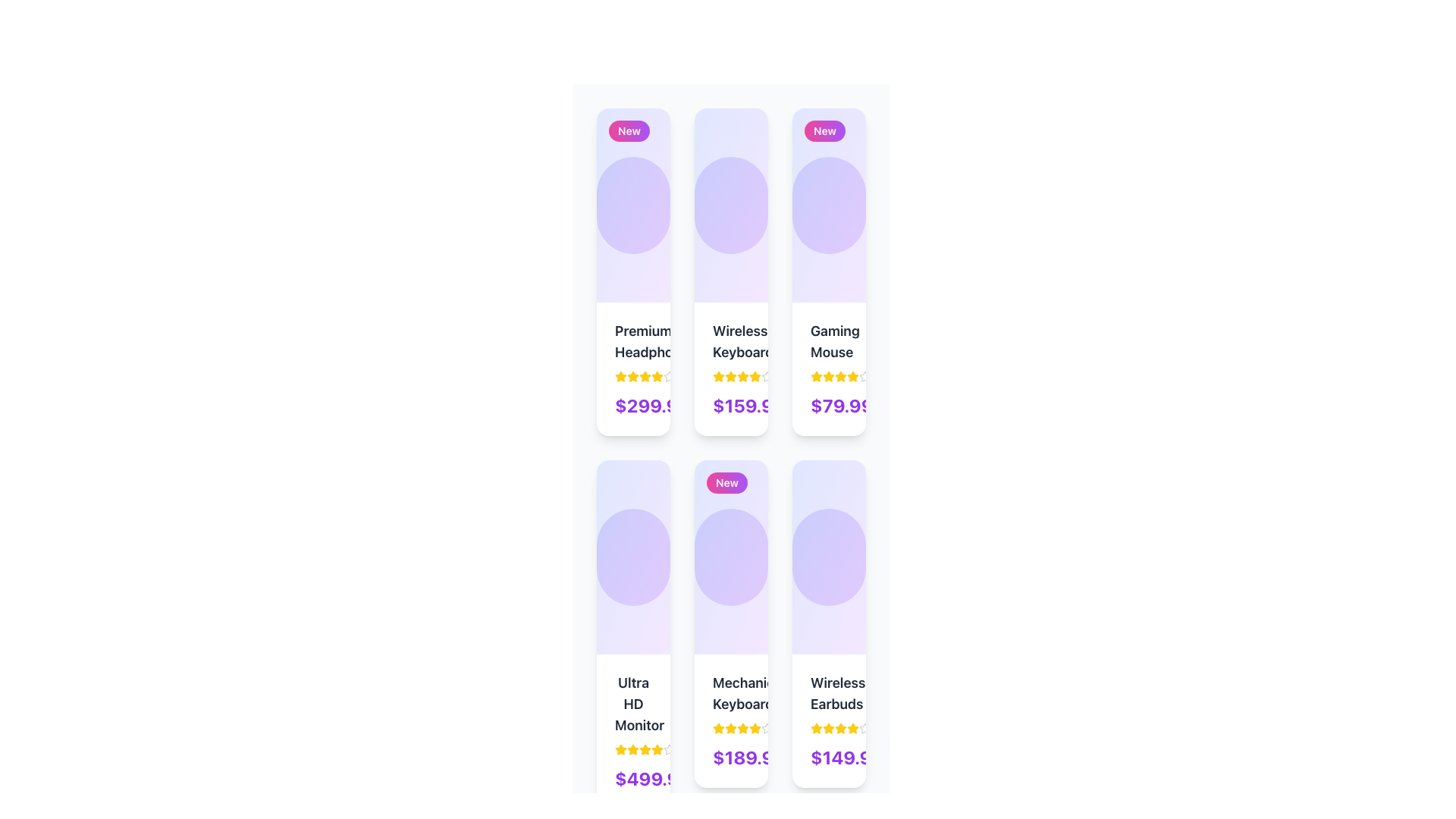 This screenshot has height=819, width=1456. I want to click on the third star icon in the rating sequence for the 'Ultra HD Monitor', which indicates one of the rating levels for the product, so click(633, 748).